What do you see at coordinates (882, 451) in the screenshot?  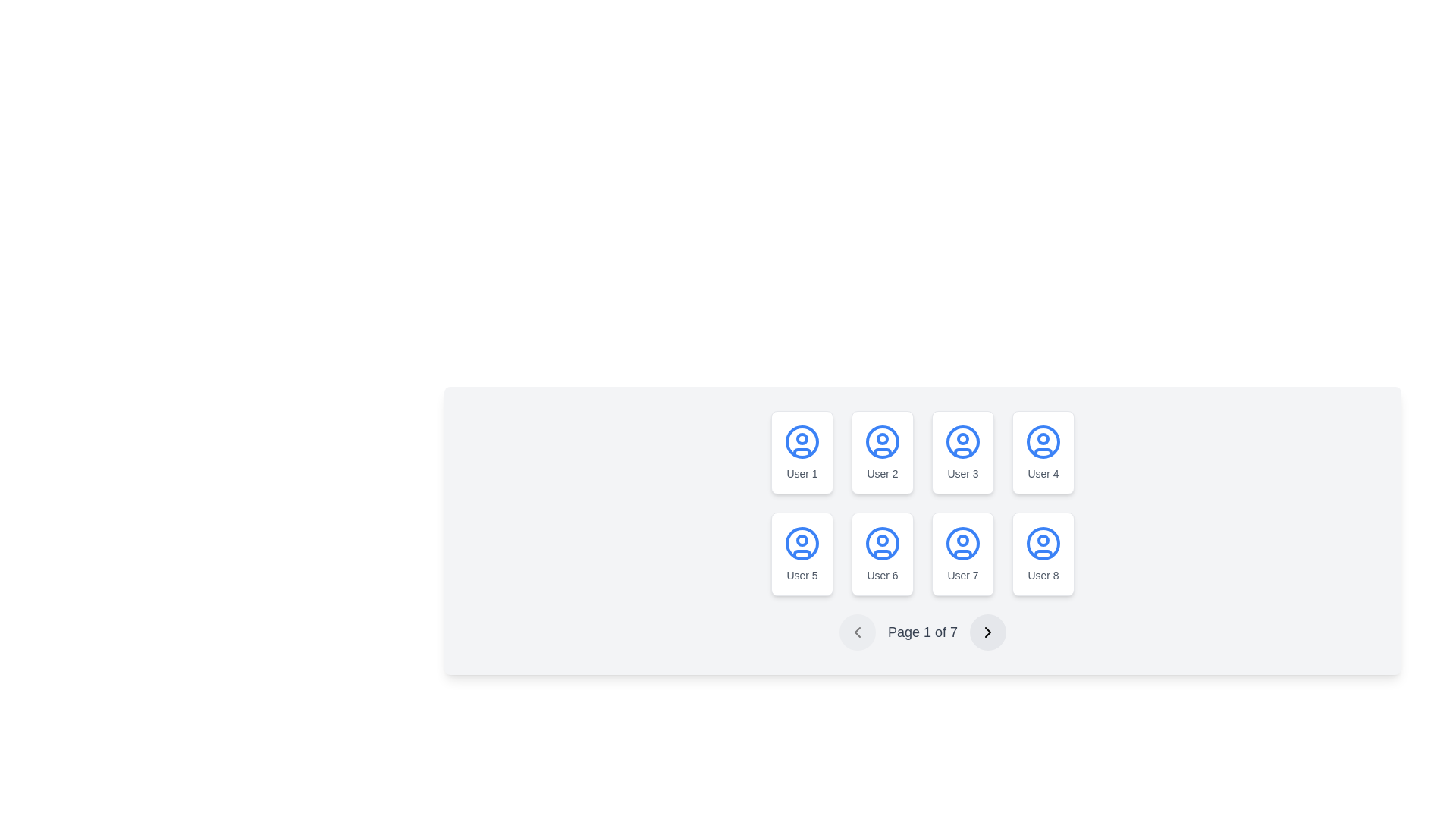 I see `the lower section of the user icon, which is depicted as a circular outline with a blue outline and white fill, located in the second position in the top row of user icons` at bounding box center [882, 451].